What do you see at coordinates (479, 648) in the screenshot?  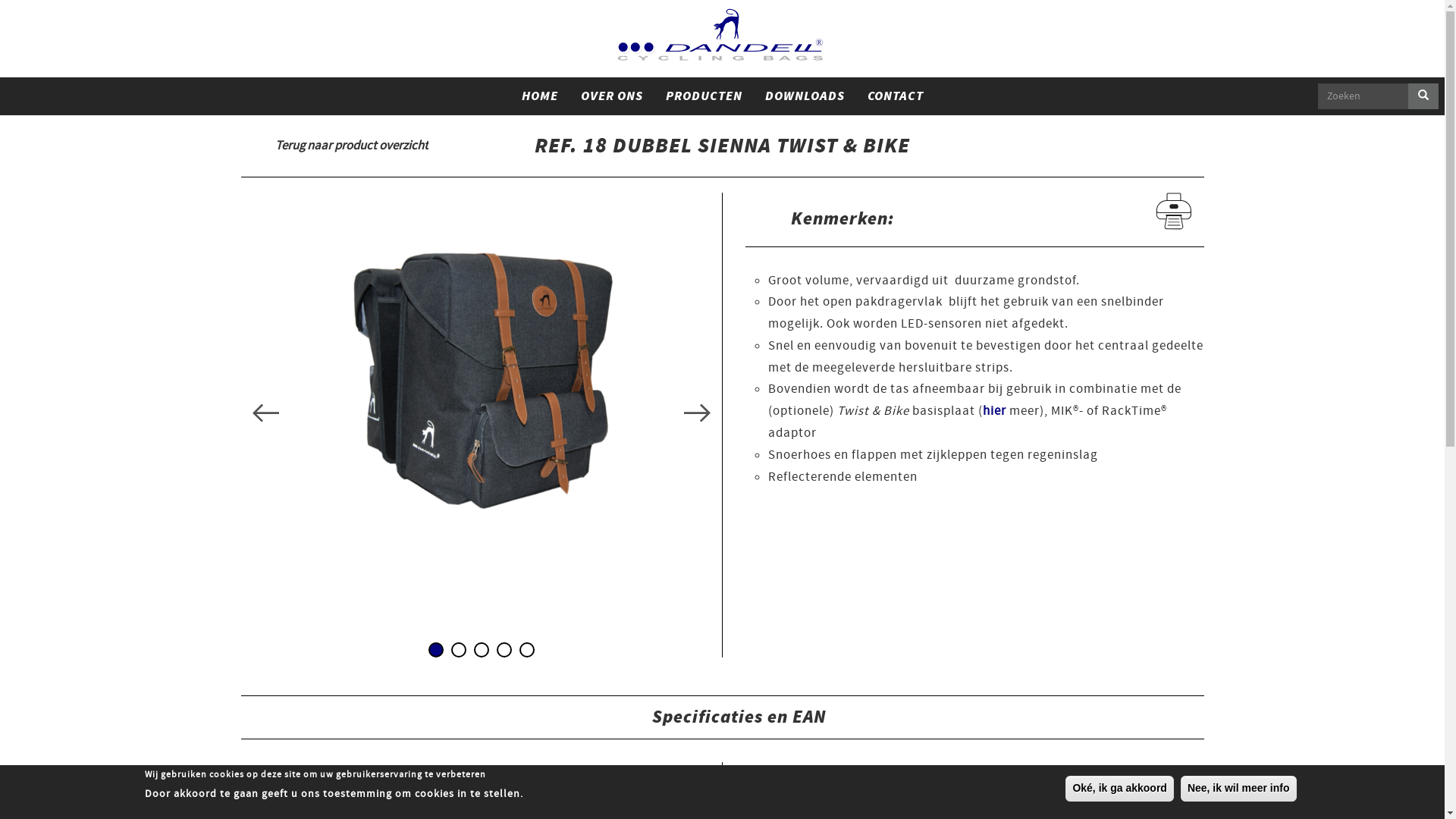 I see `'3'` at bounding box center [479, 648].